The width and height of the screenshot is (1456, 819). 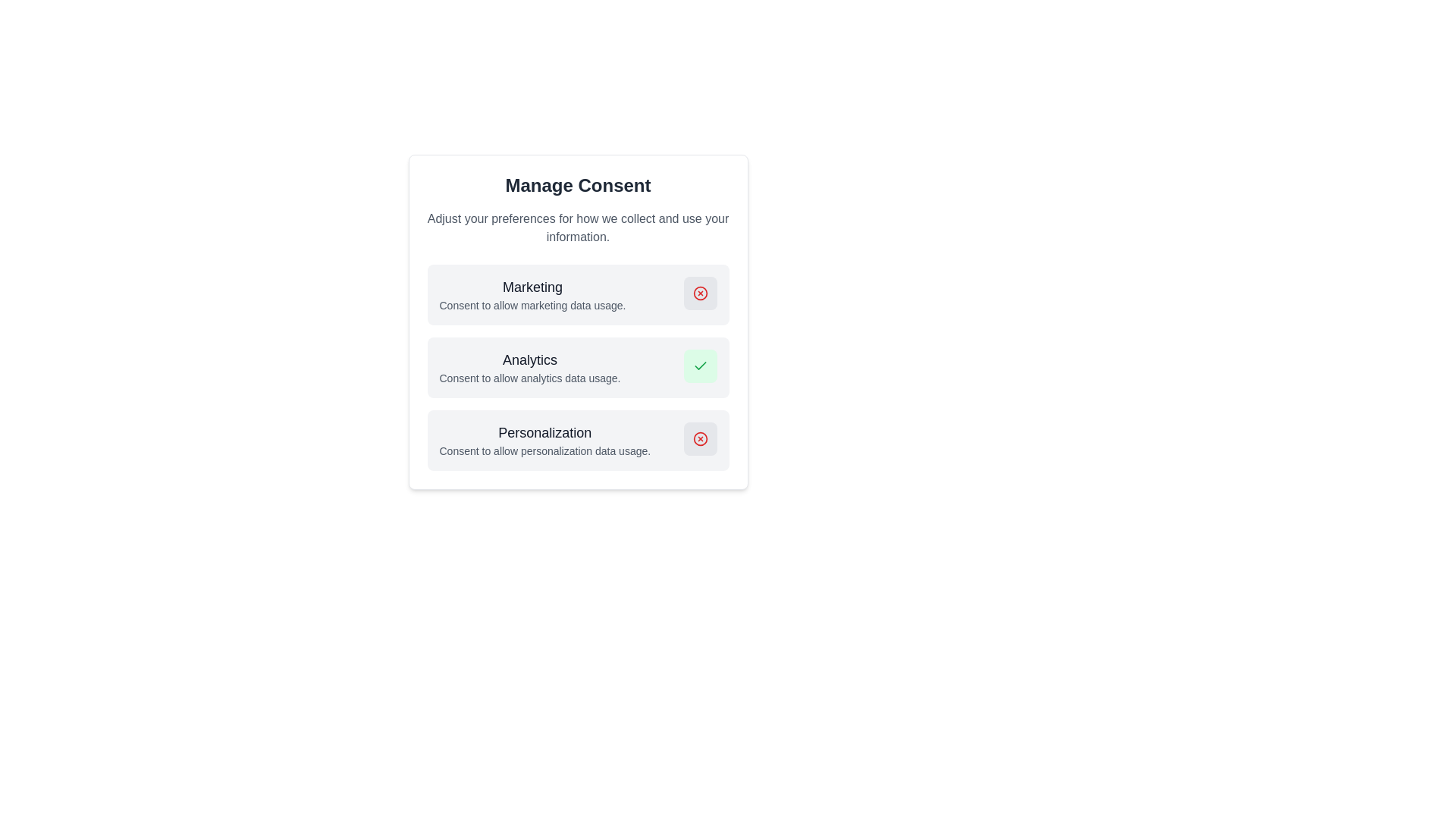 What do you see at coordinates (544, 450) in the screenshot?
I see `the text label displaying 'Consent to allow personalization data usage.' located beneath the 'Personalization' title in the 'Manage Consent' section` at bounding box center [544, 450].